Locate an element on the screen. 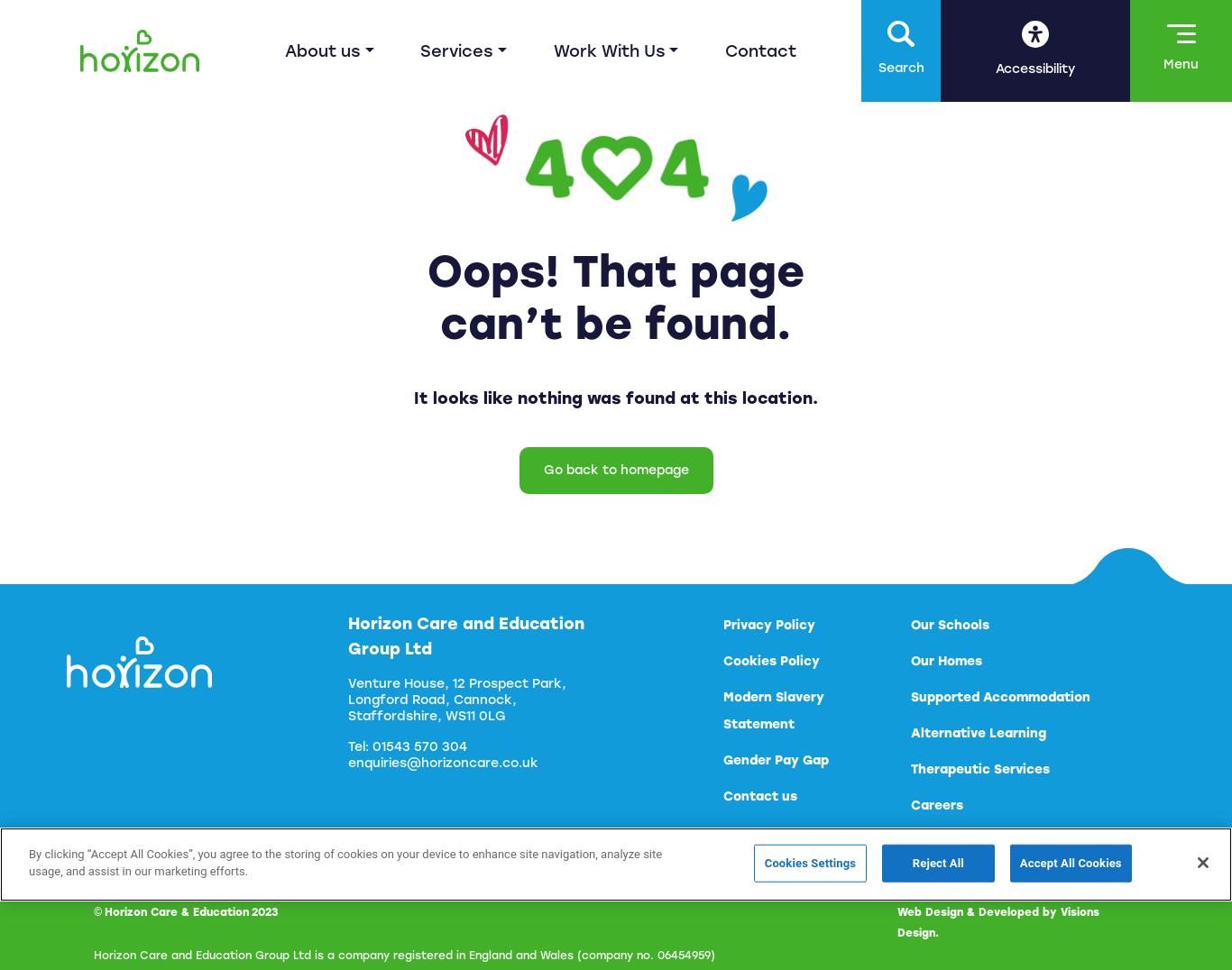 The height and width of the screenshot is (970, 1232). 'Gender Pay Gap' is located at coordinates (775, 759).